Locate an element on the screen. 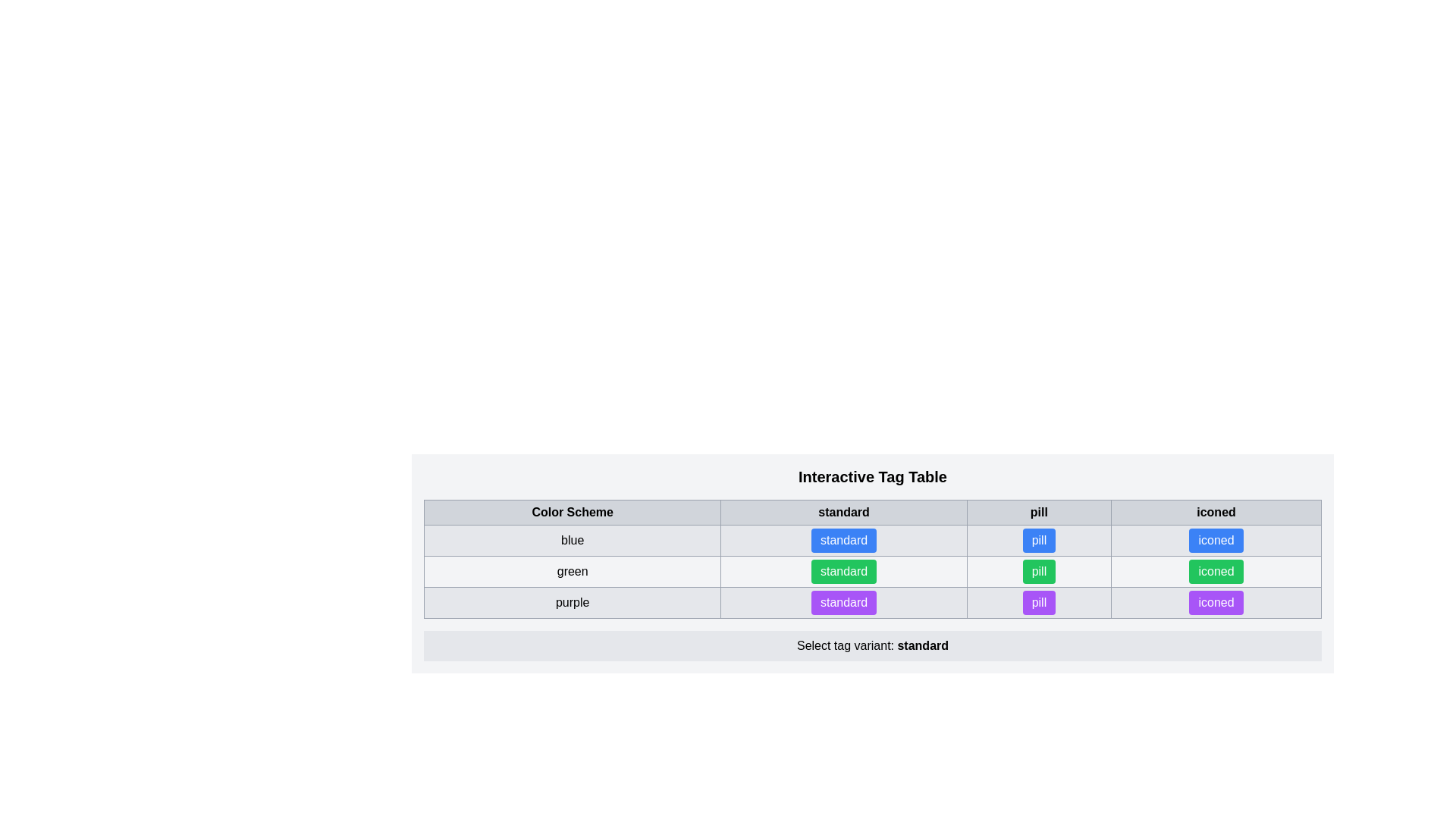 The width and height of the screenshot is (1456, 819). the text label displaying the word 'green' in black color, which is located in the second row of the table under the 'Color Scheme' column is located at coordinates (572, 571).